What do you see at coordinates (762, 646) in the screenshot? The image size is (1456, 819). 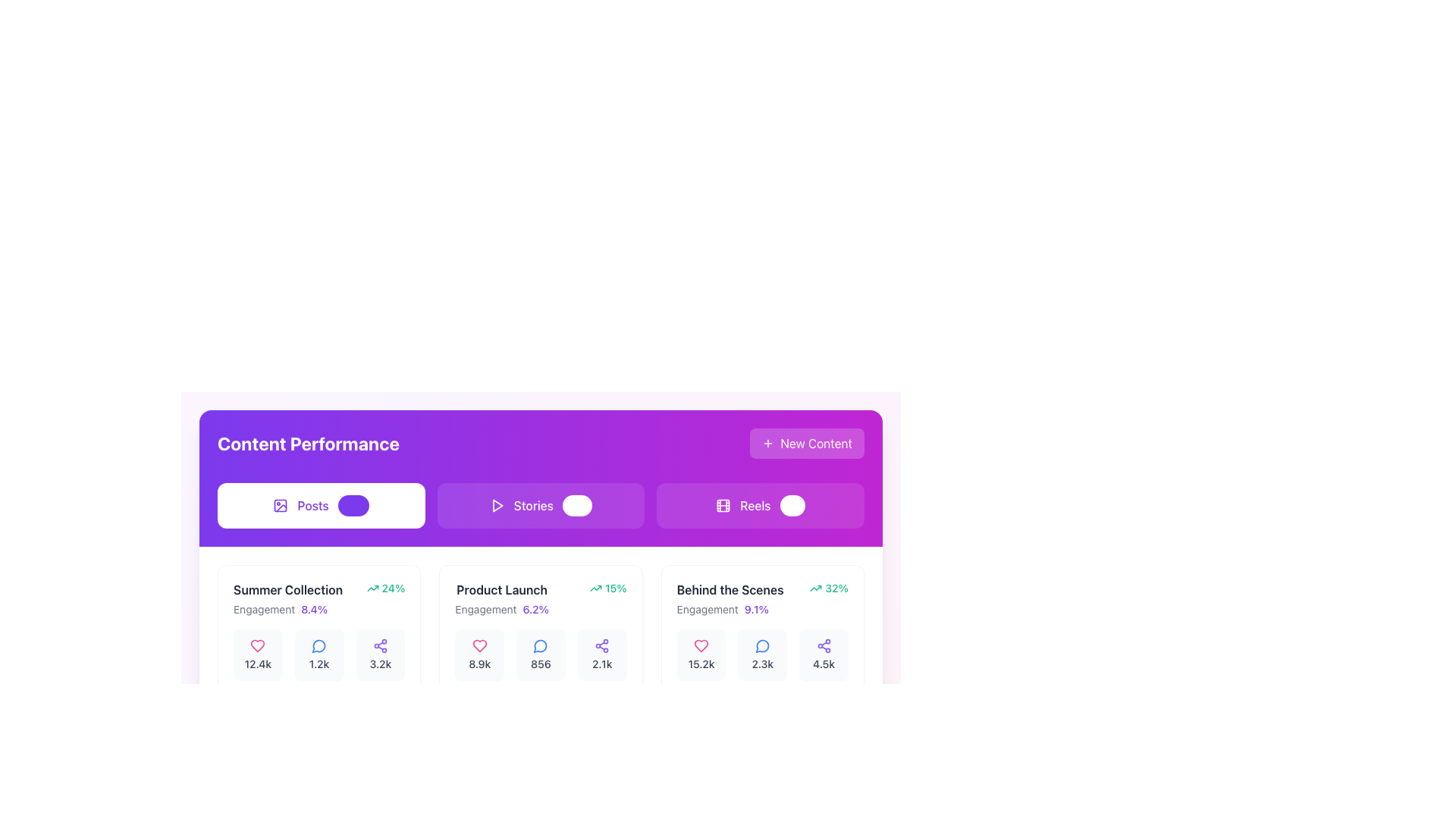 I see `the comments icon located in the middle of the three icons` at bounding box center [762, 646].